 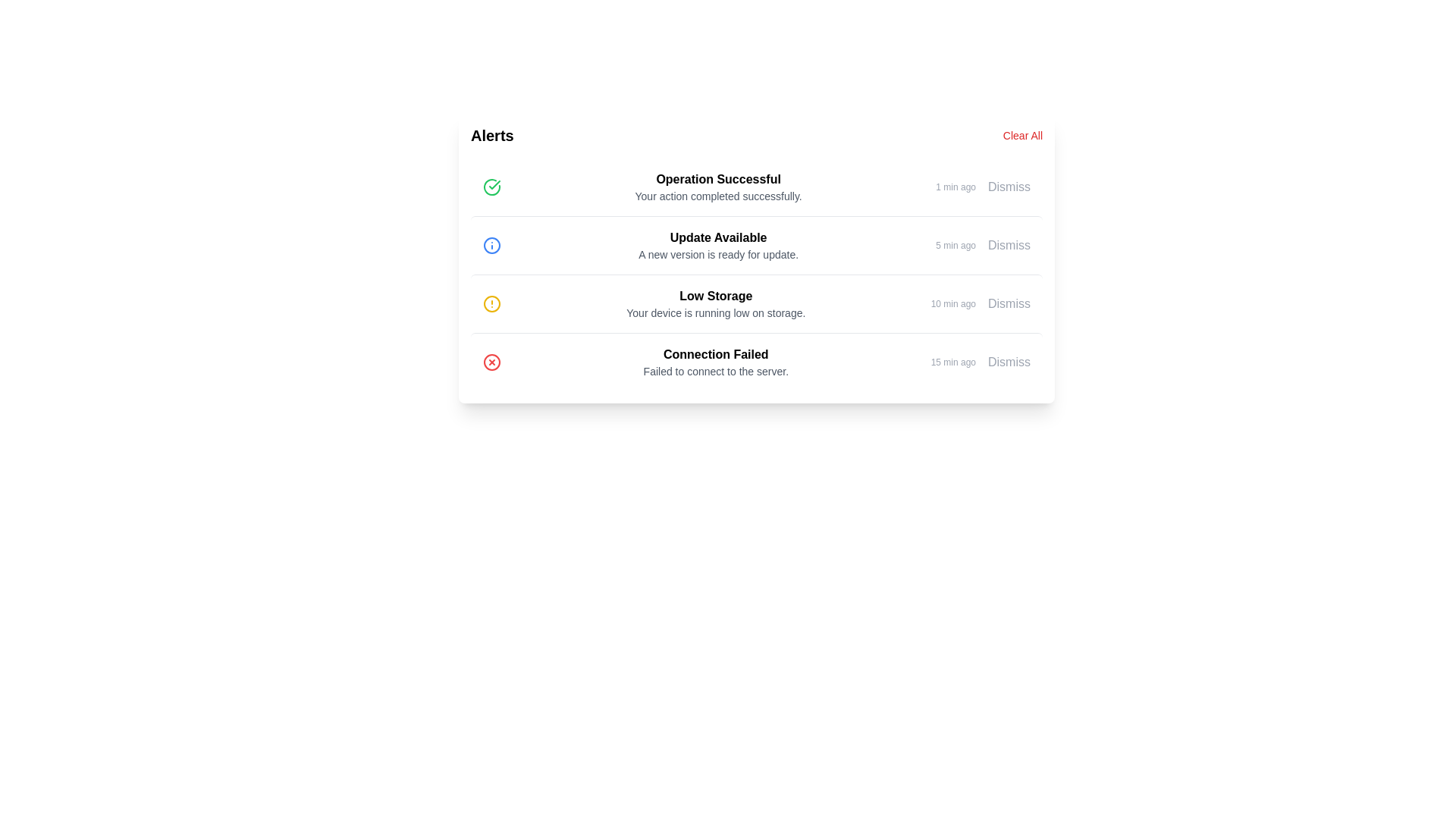 I want to click on the green checkmark SVG icon located to the left of the first alert row in the 'Alerts' panel, so click(x=494, y=184).